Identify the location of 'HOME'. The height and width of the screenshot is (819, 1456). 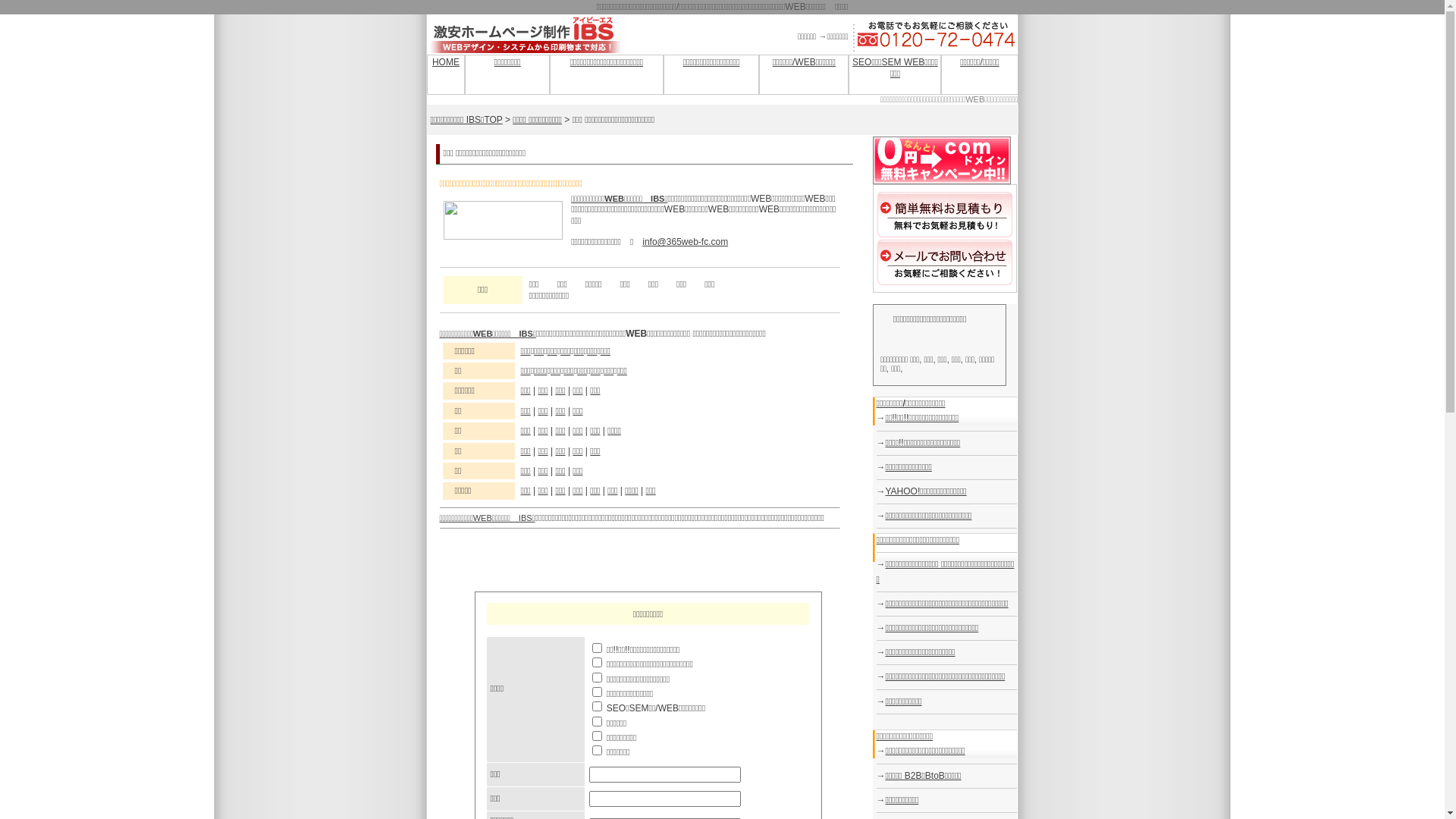
(431, 61).